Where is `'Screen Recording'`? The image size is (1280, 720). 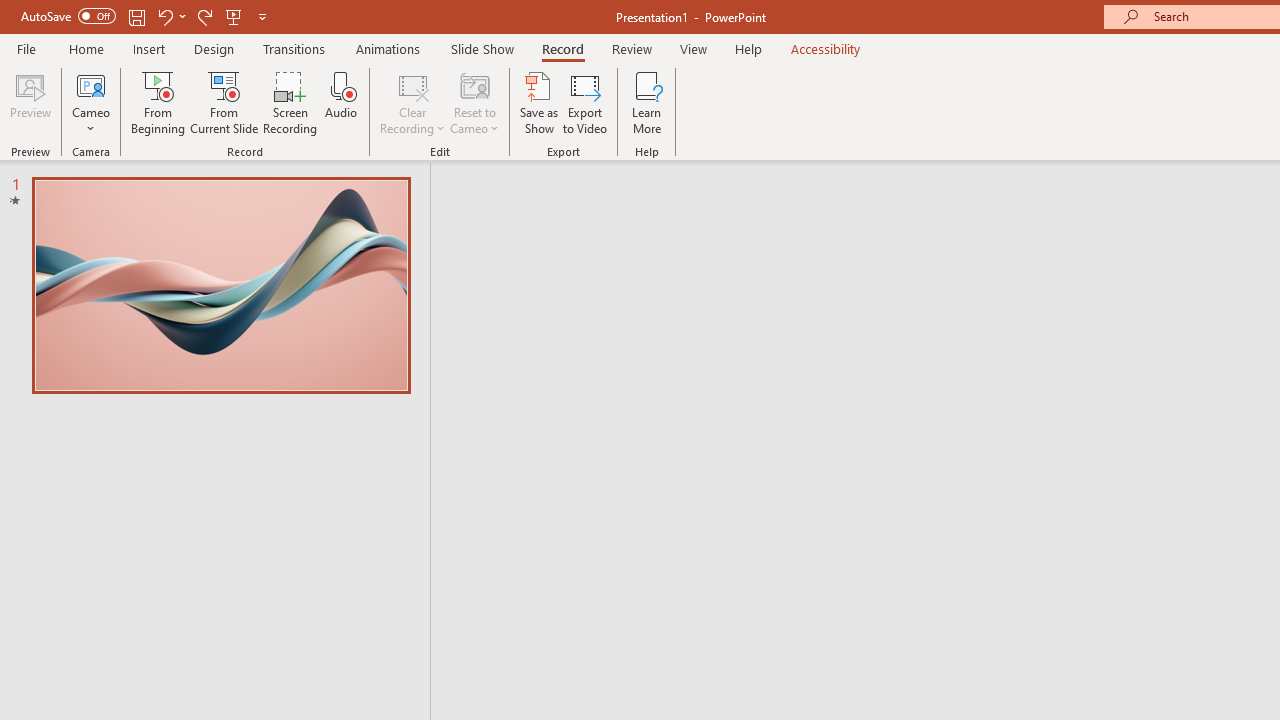
'Screen Recording' is located at coordinates (289, 103).